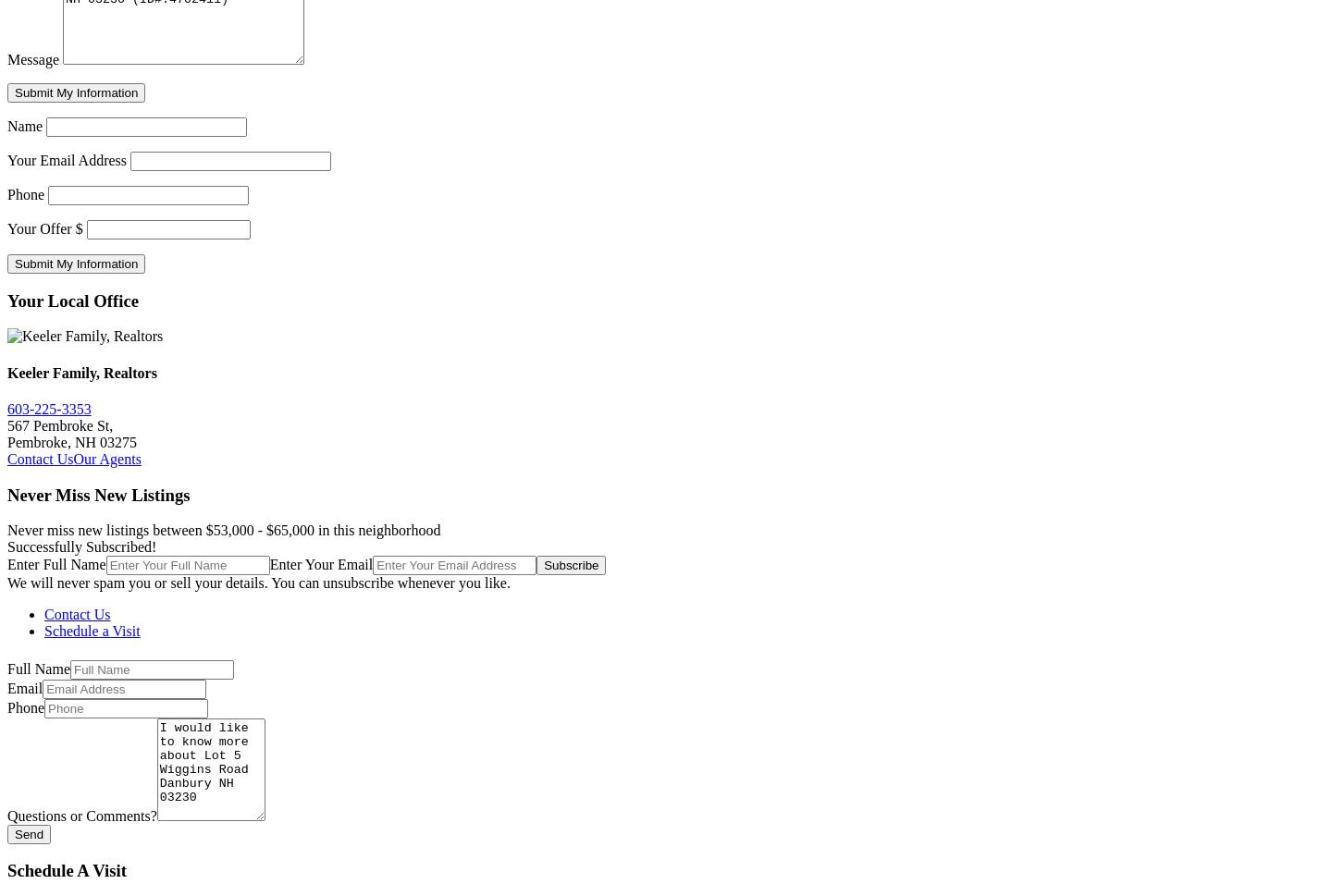 This screenshot has width=1332, height=896. I want to click on 'NH', so click(86, 441).